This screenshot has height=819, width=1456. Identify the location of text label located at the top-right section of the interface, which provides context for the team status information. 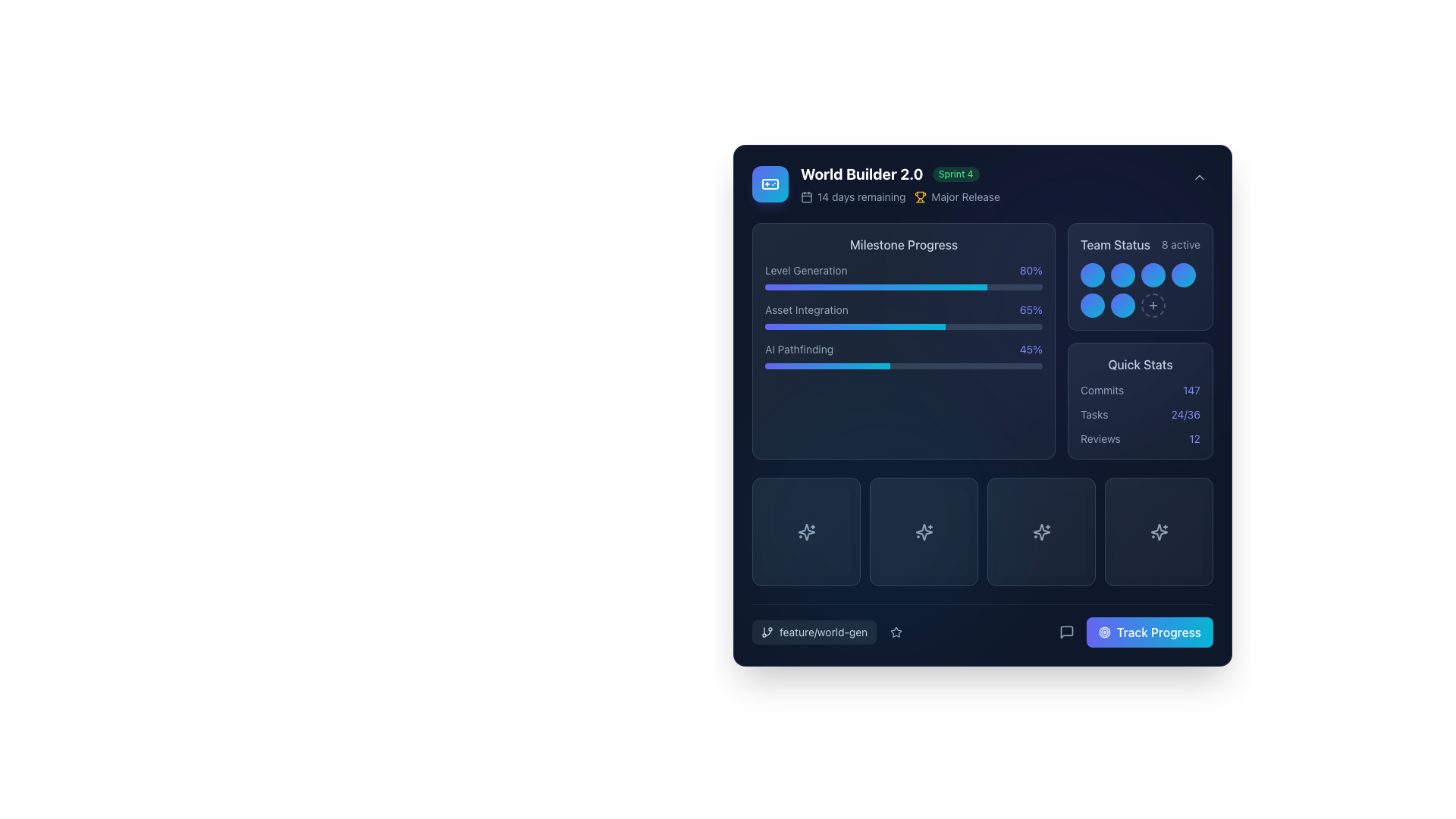
(1116, 244).